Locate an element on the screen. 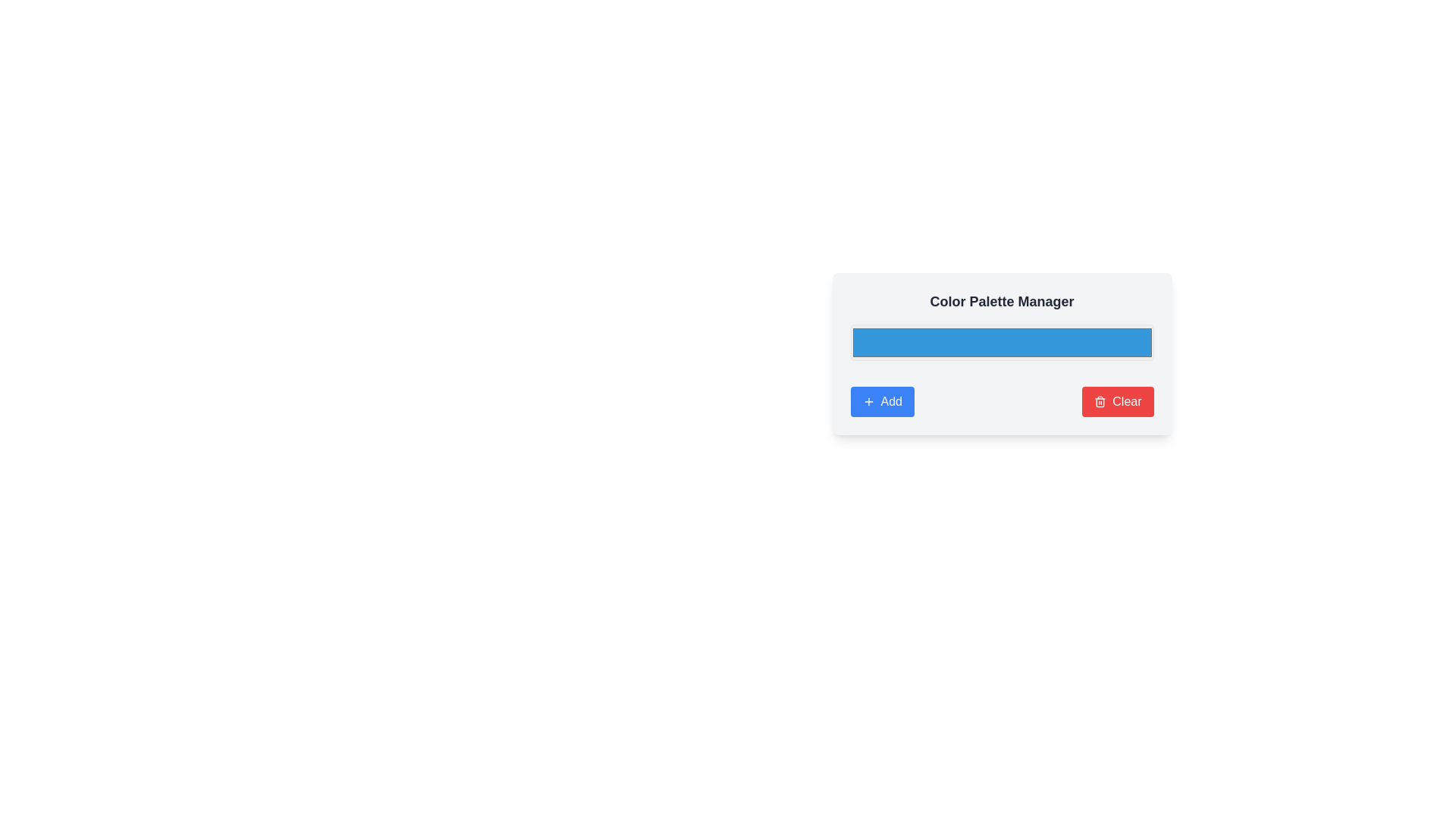 The image size is (1456, 819). on the light blue Color input field located below the 'Color Palette Manager' title is located at coordinates (1002, 353).